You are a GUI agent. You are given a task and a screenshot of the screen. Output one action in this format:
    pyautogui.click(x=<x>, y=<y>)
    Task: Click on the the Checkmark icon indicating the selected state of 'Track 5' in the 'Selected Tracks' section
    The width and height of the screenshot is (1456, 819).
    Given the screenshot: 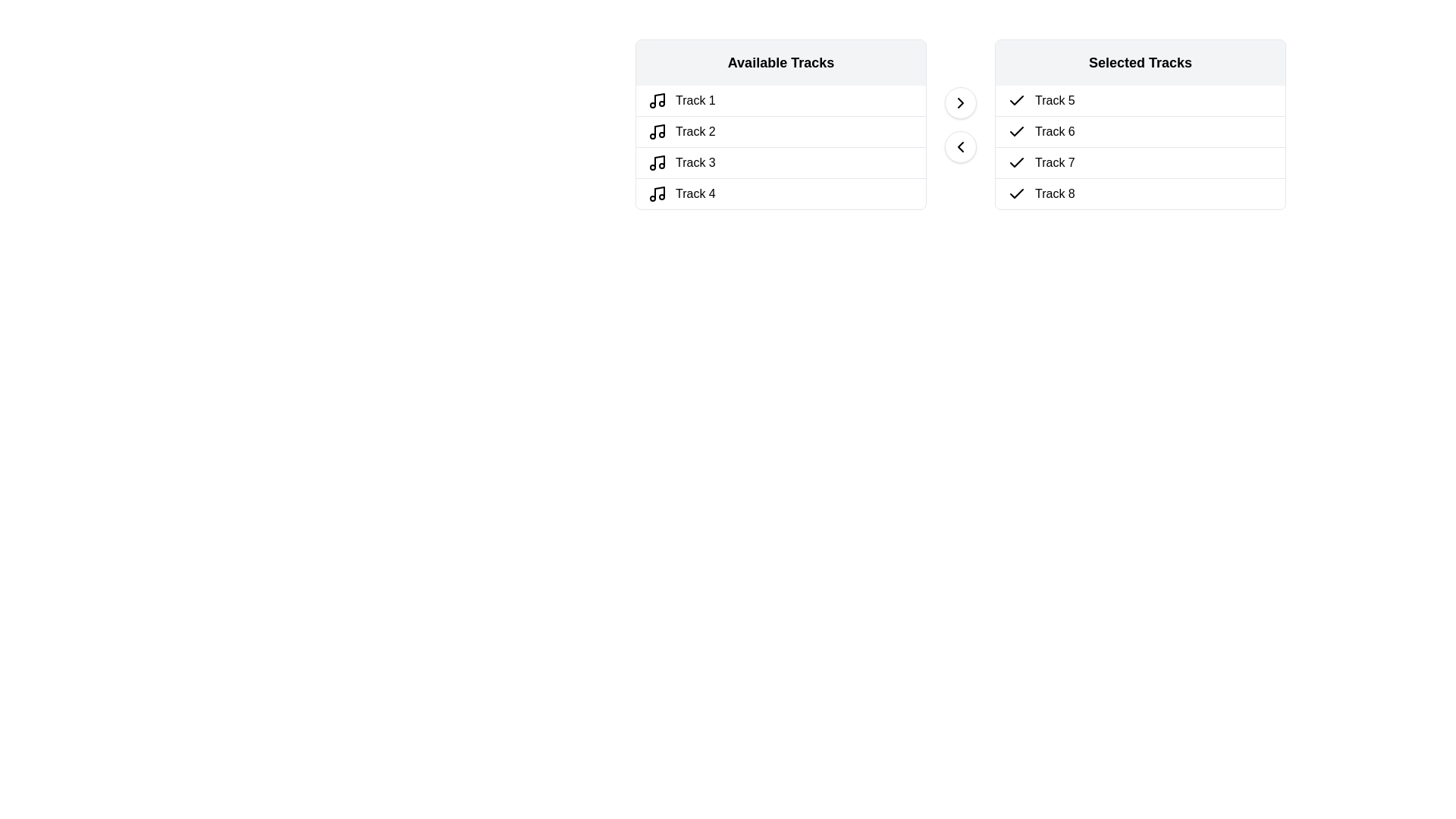 What is the action you would take?
    pyautogui.click(x=1016, y=100)
    